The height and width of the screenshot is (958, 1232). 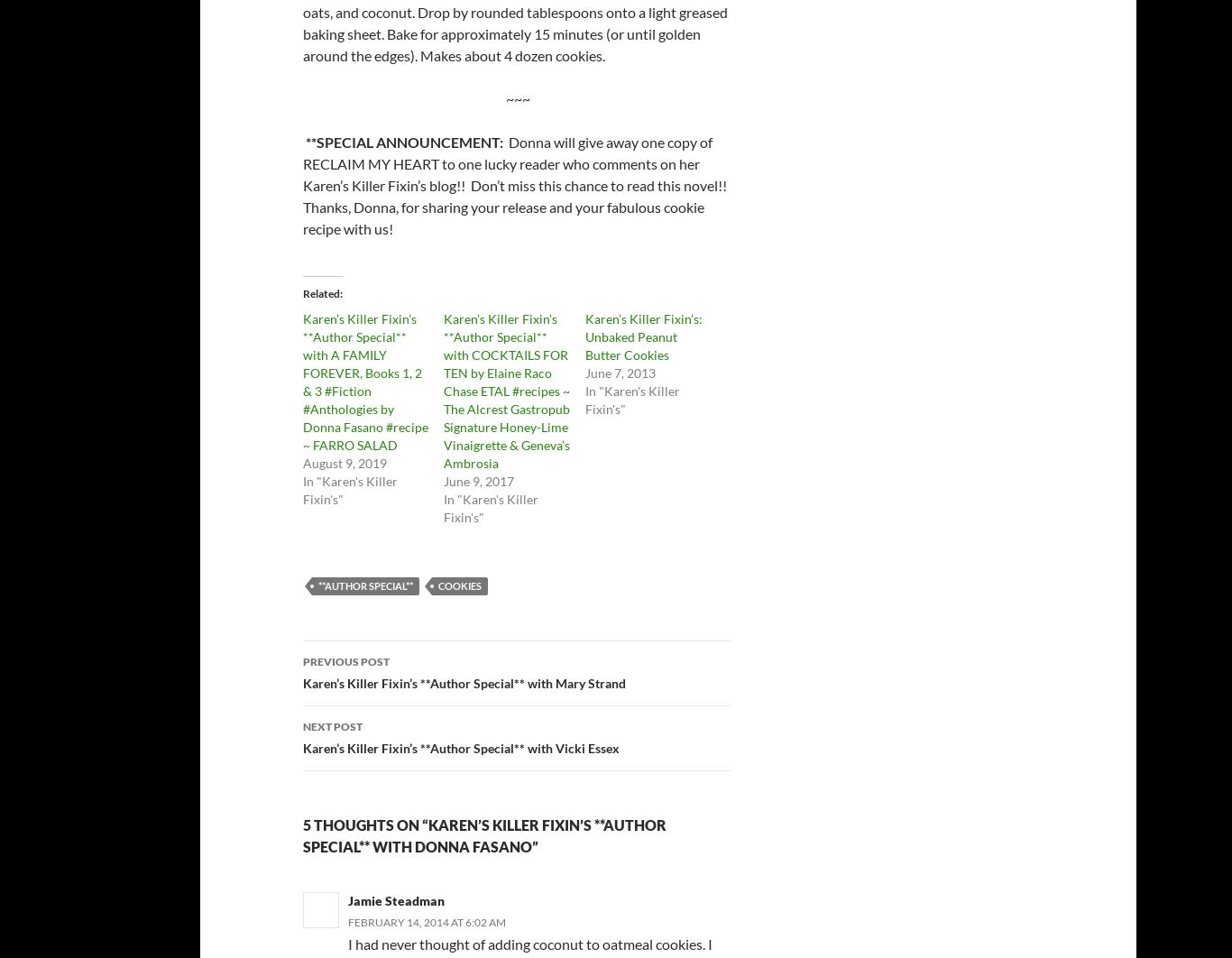 What do you see at coordinates (303, 747) in the screenshot?
I see `'Karen’s Killer Fixin’s **Author Special** with Vicki Essex'` at bounding box center [303, 747].